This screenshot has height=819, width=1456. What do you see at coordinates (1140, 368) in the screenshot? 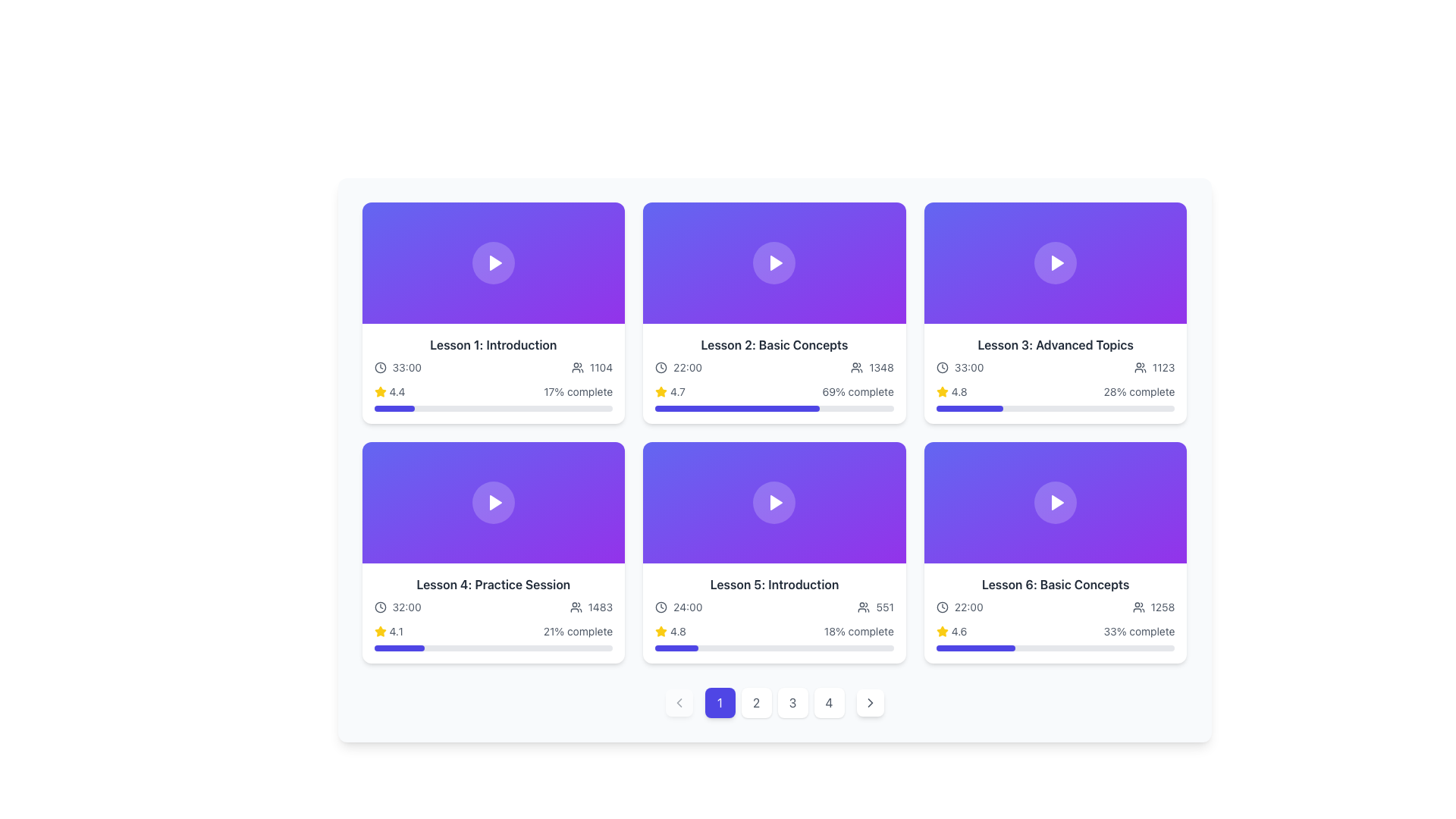
I see `the icon representing the number of participants or viewers located in the bottom-right corner of the 'Lesson 3: Advanced Topics' card, adjacent to the numerical count '1123'` at bounding box center [1140, 368].